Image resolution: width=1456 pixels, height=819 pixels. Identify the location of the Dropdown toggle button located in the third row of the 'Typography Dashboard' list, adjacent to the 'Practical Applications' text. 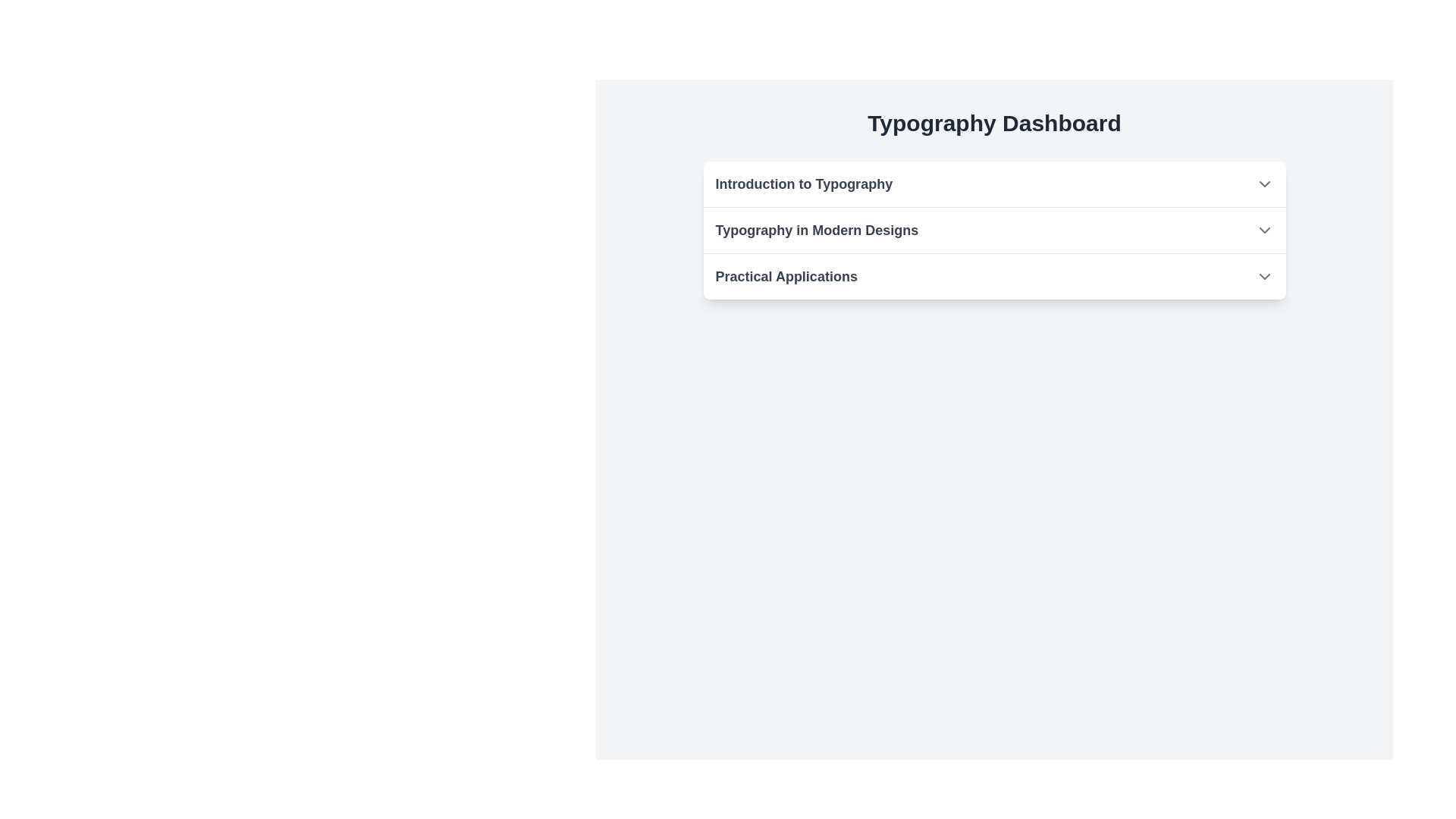
(1264, 277).